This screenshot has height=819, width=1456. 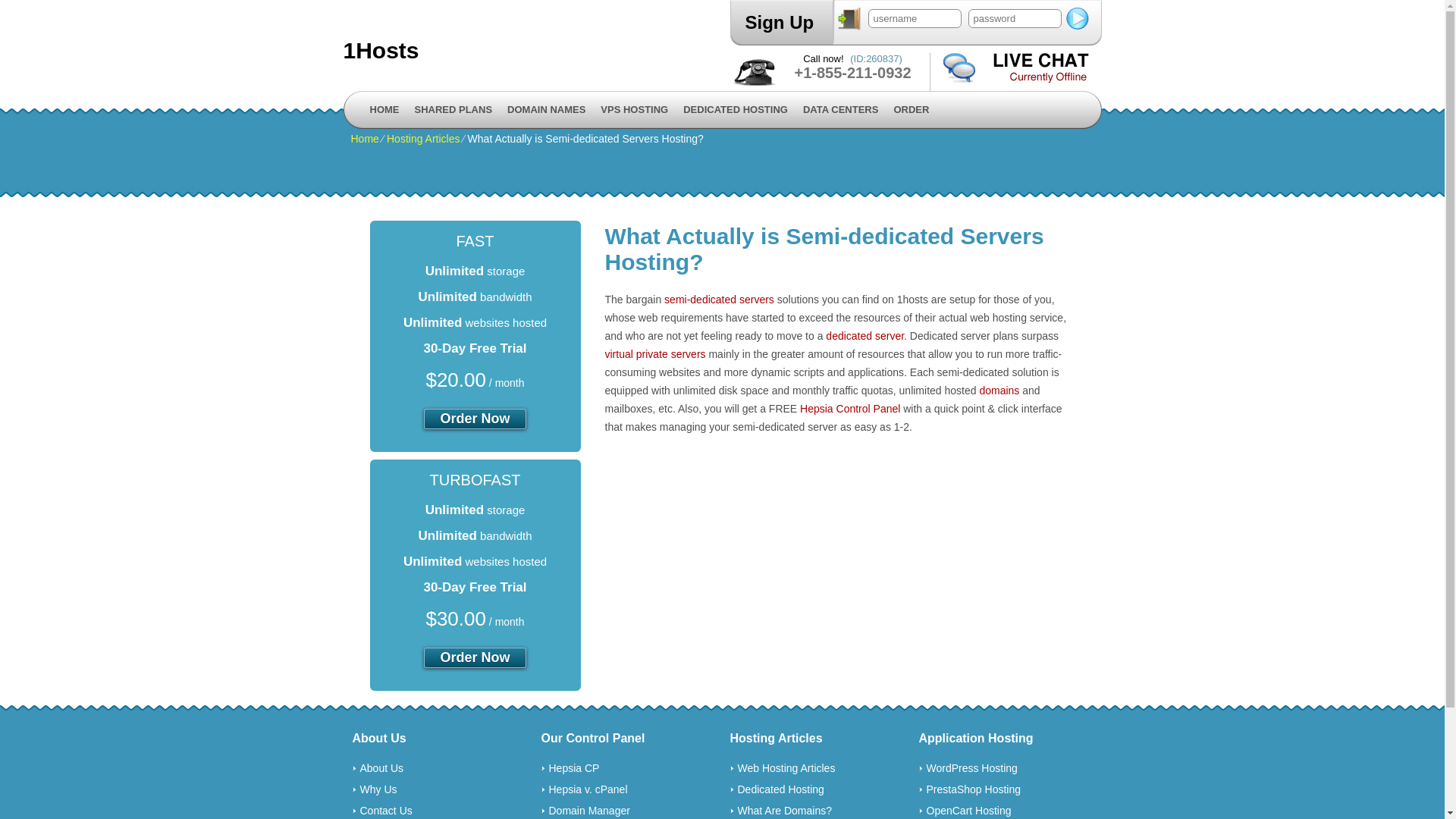 I want to click on 'ORDER', so click(x=910, y=109).